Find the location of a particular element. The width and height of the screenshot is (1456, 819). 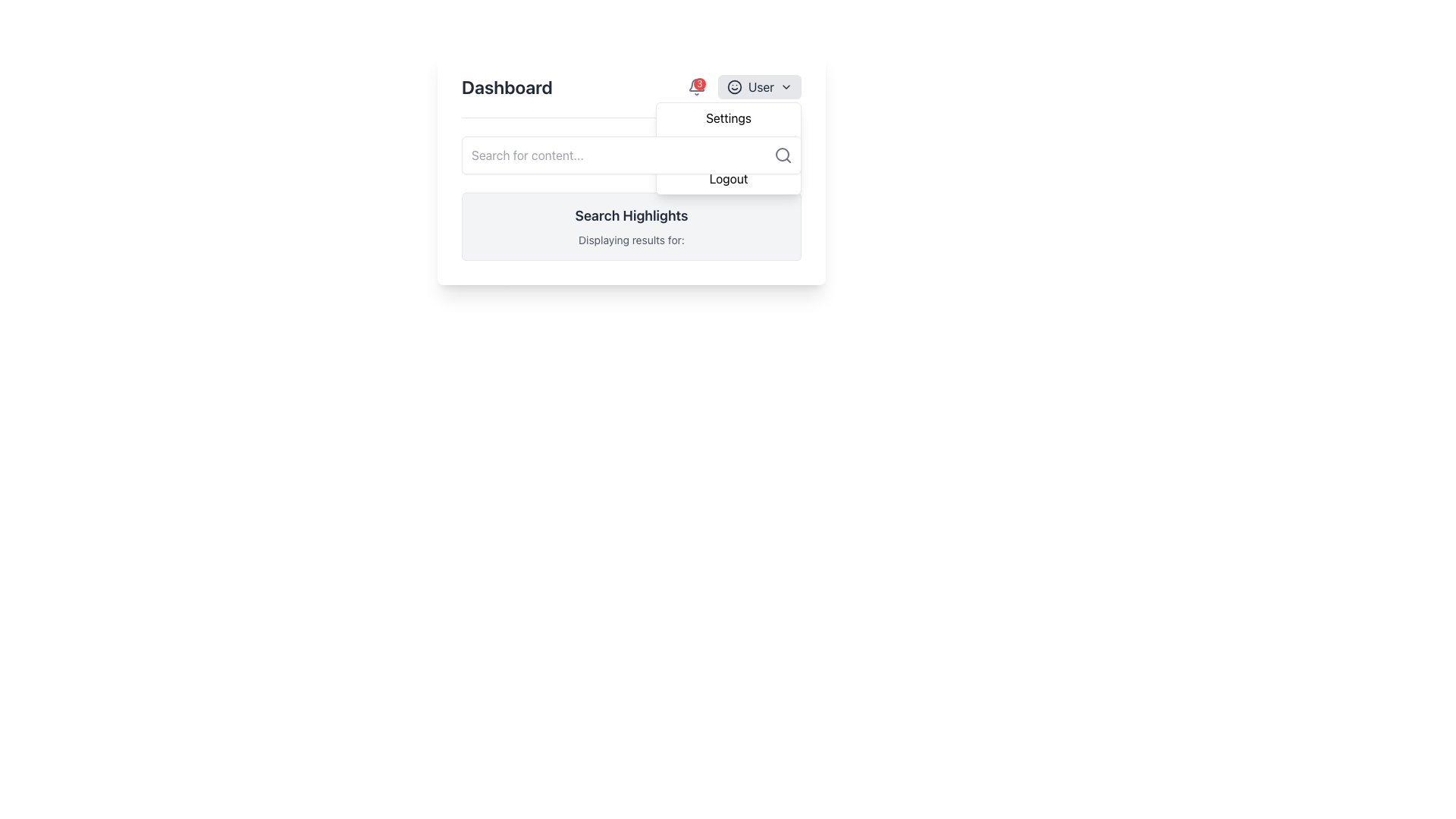

the 'Settings' text link in the drop-down menu located below the 'User' button is located at coordinates (728, 117).